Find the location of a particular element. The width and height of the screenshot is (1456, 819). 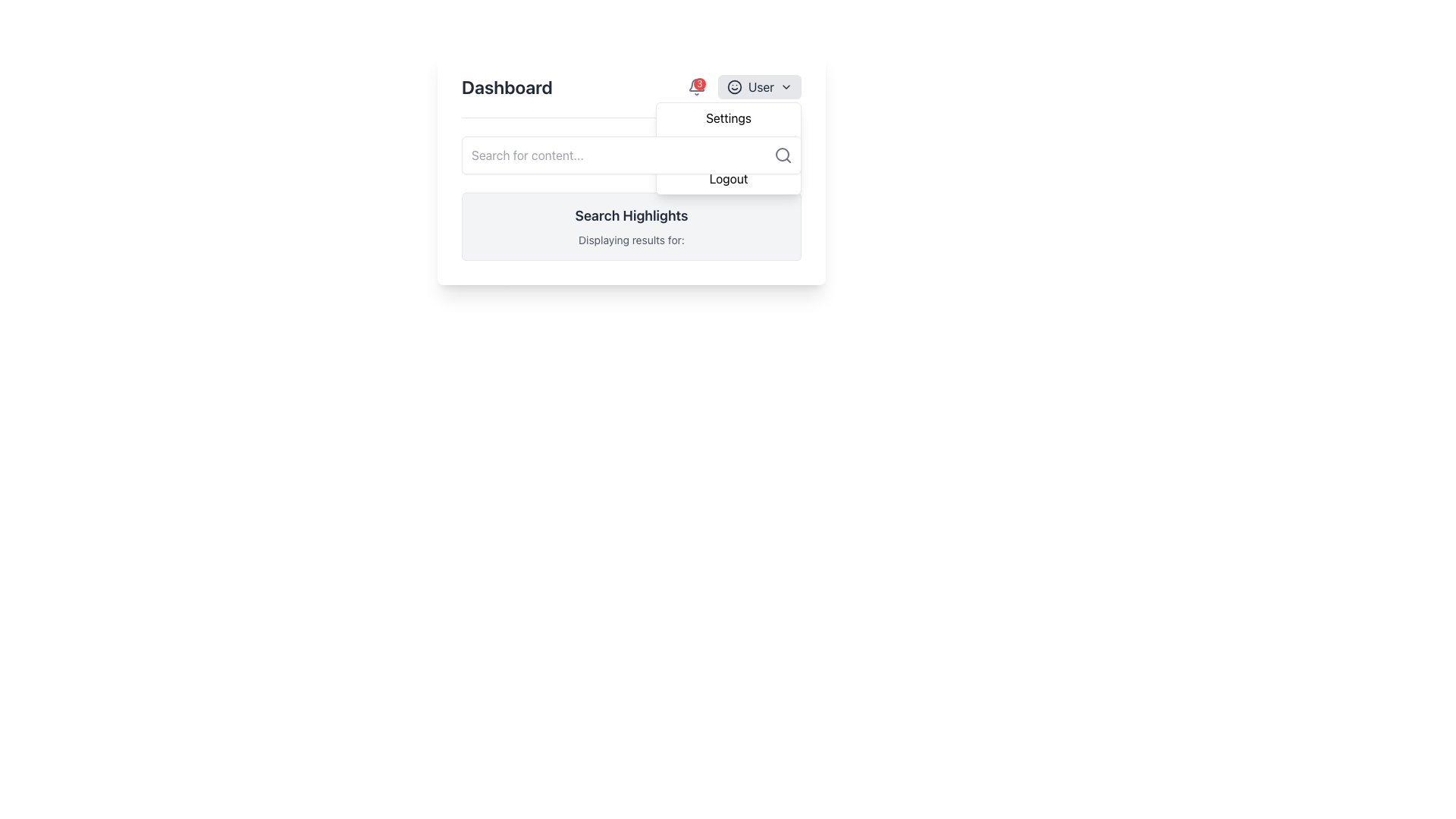

the 'Settings' text link in the drop-down menu located below the 'User' button is located at coordinates (728, 117).